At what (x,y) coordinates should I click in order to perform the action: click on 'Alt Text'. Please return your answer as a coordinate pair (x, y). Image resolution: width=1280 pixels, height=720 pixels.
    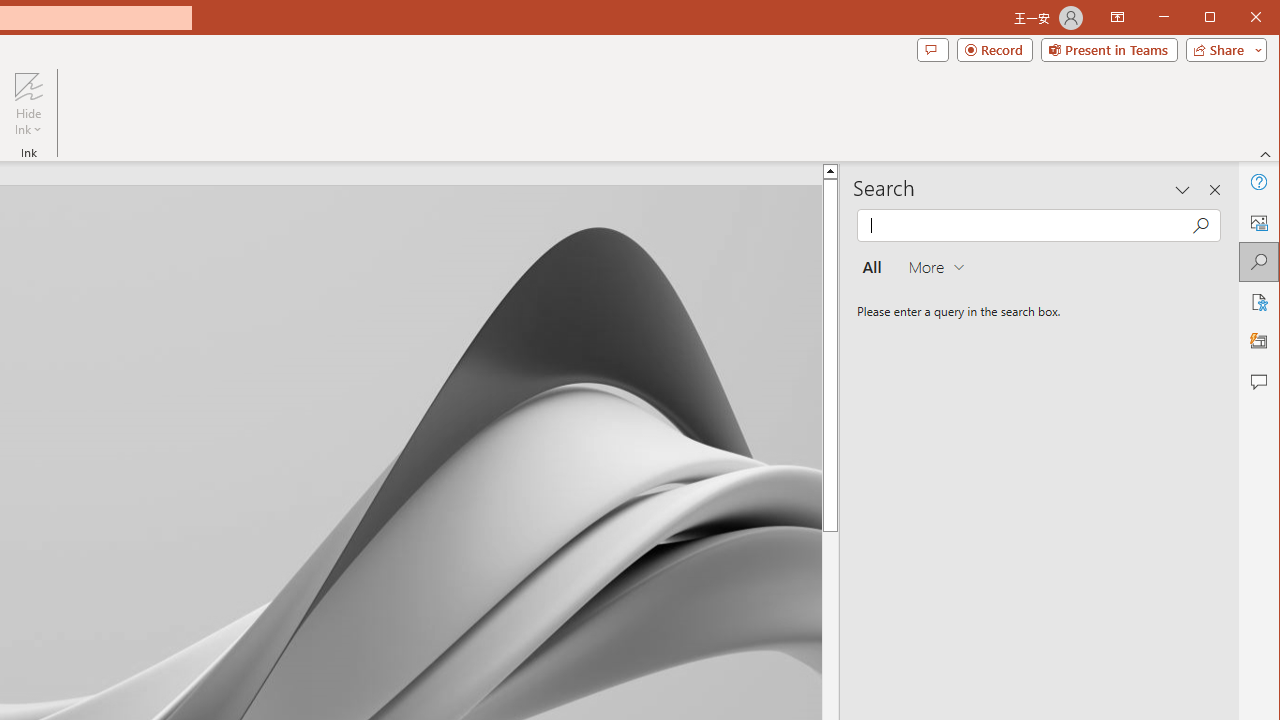
    Looking at the image, I should click on (1257, 222).